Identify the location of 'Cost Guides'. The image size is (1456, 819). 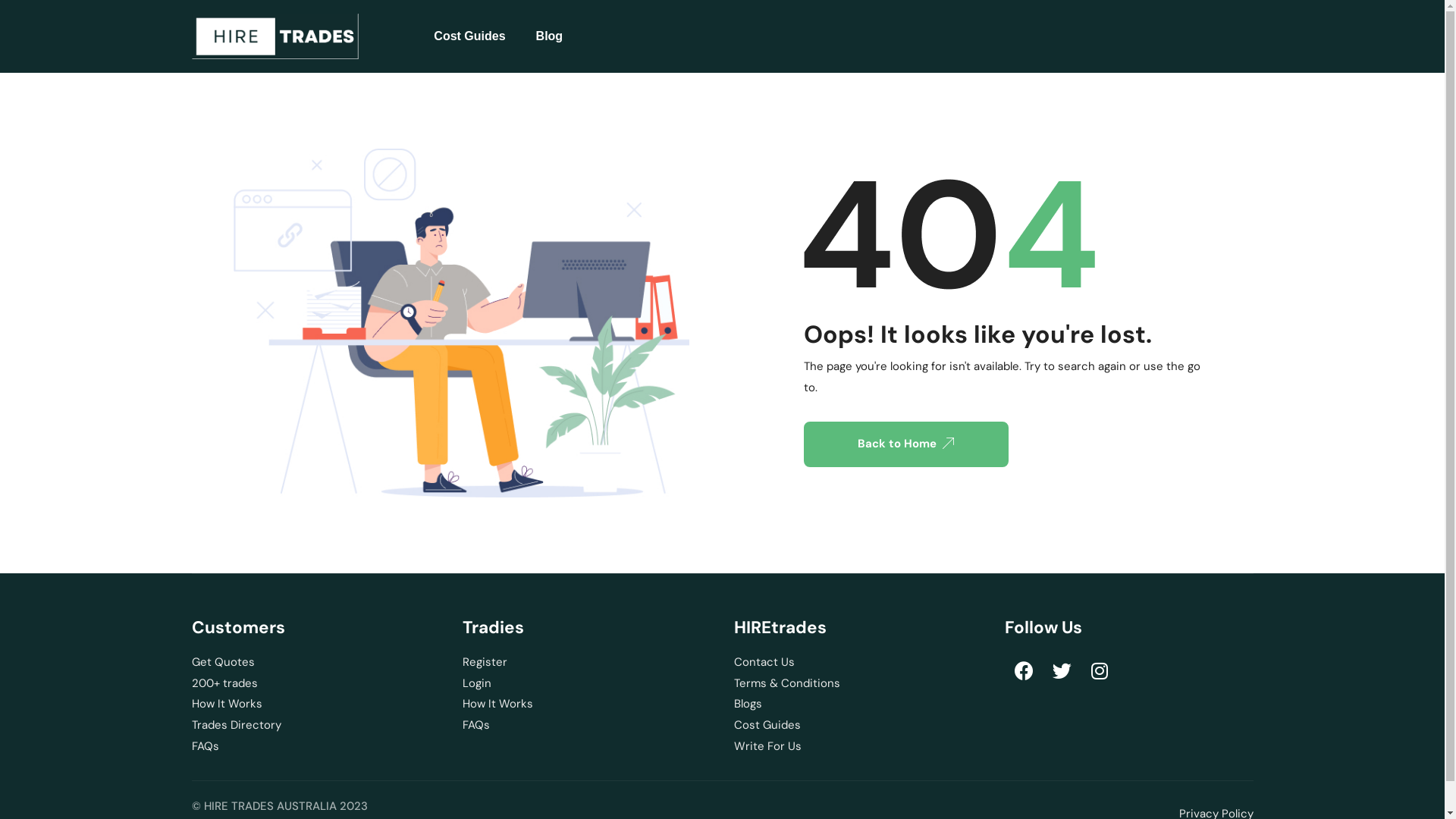
(469, 35).